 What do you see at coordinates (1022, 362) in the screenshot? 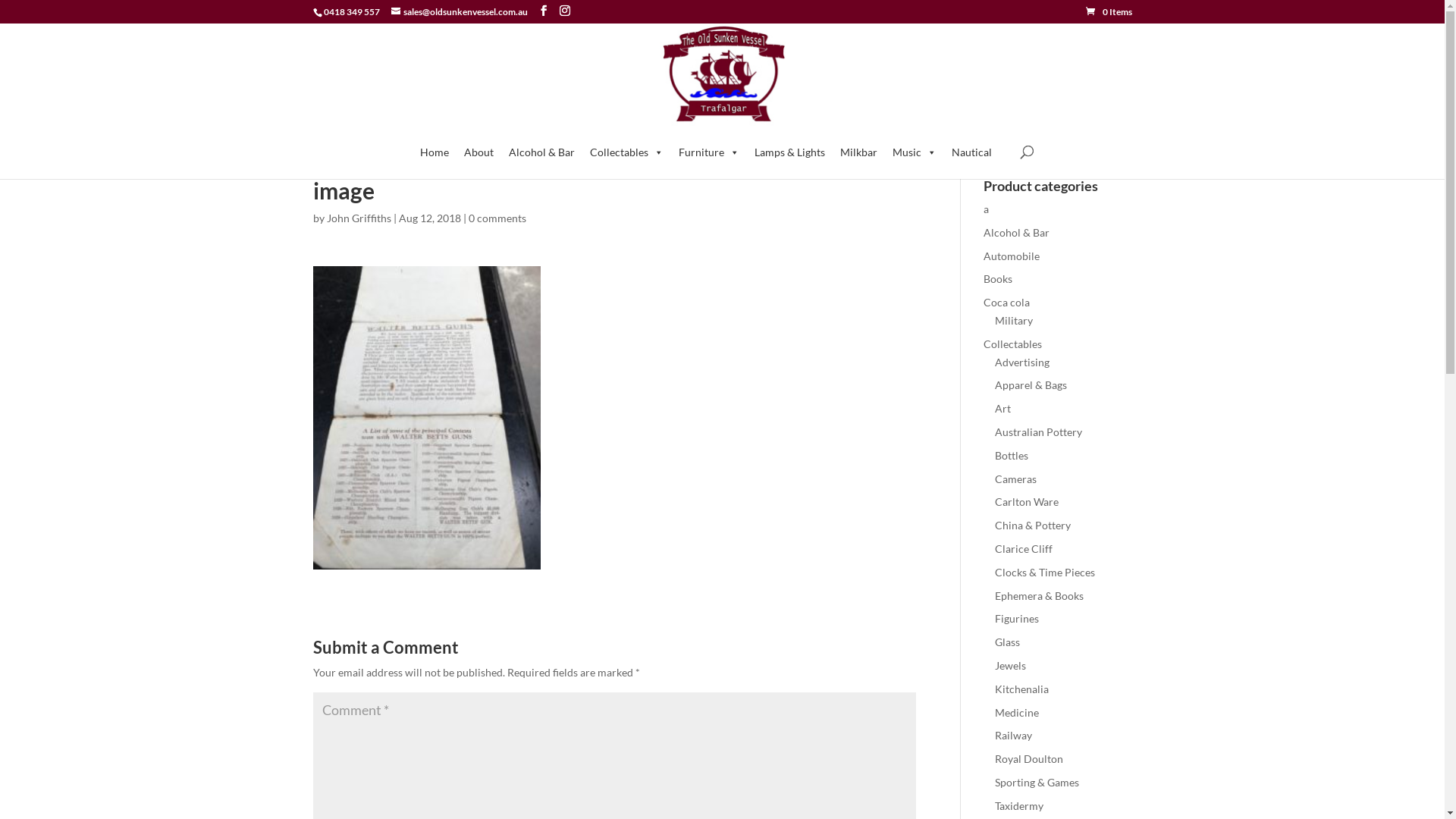
I see `'Advertising'` at bounding box center [1022, 362].